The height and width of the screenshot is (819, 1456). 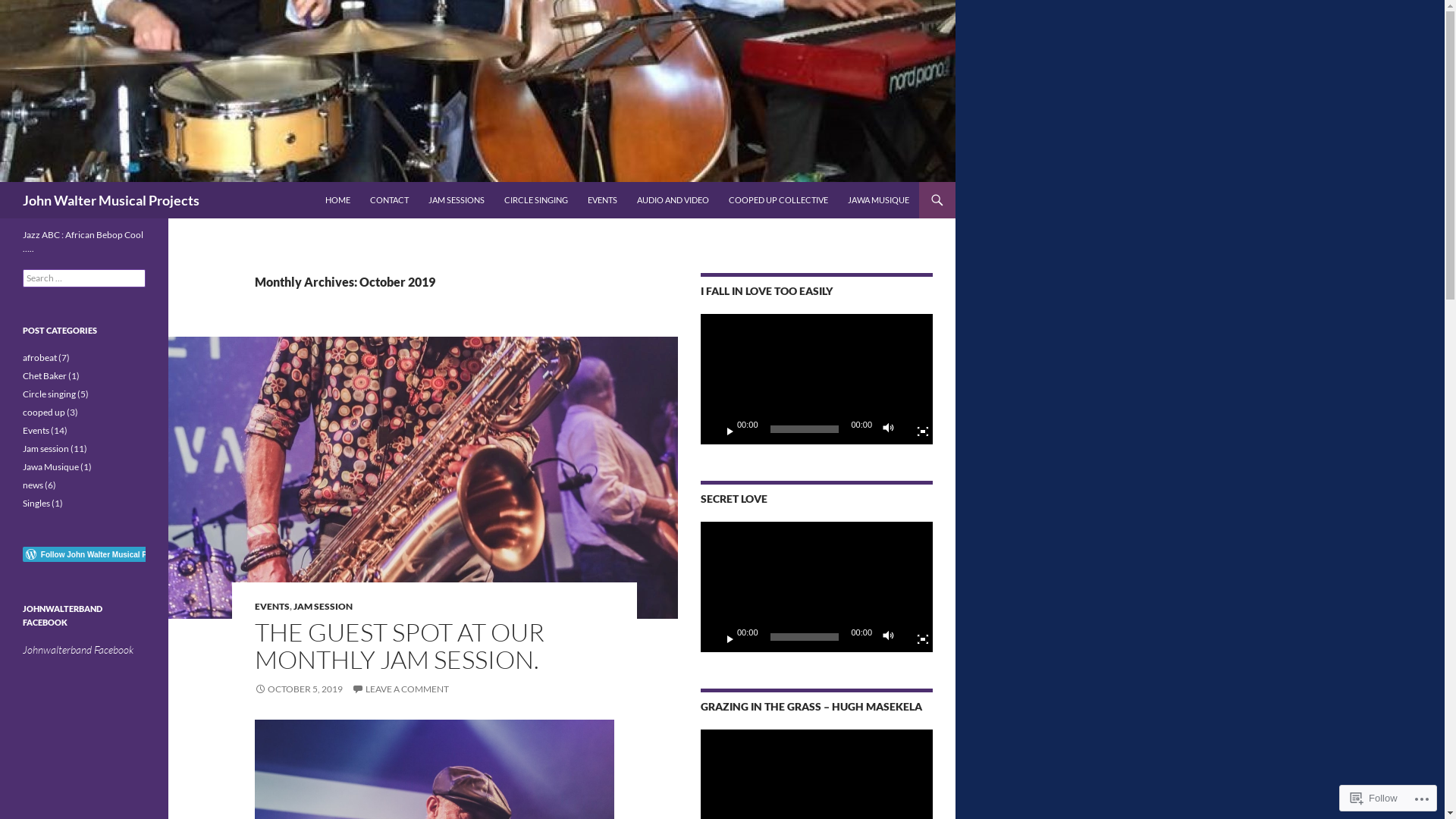 I want to click on 'Fullscreen', so click(x=916, y=429).